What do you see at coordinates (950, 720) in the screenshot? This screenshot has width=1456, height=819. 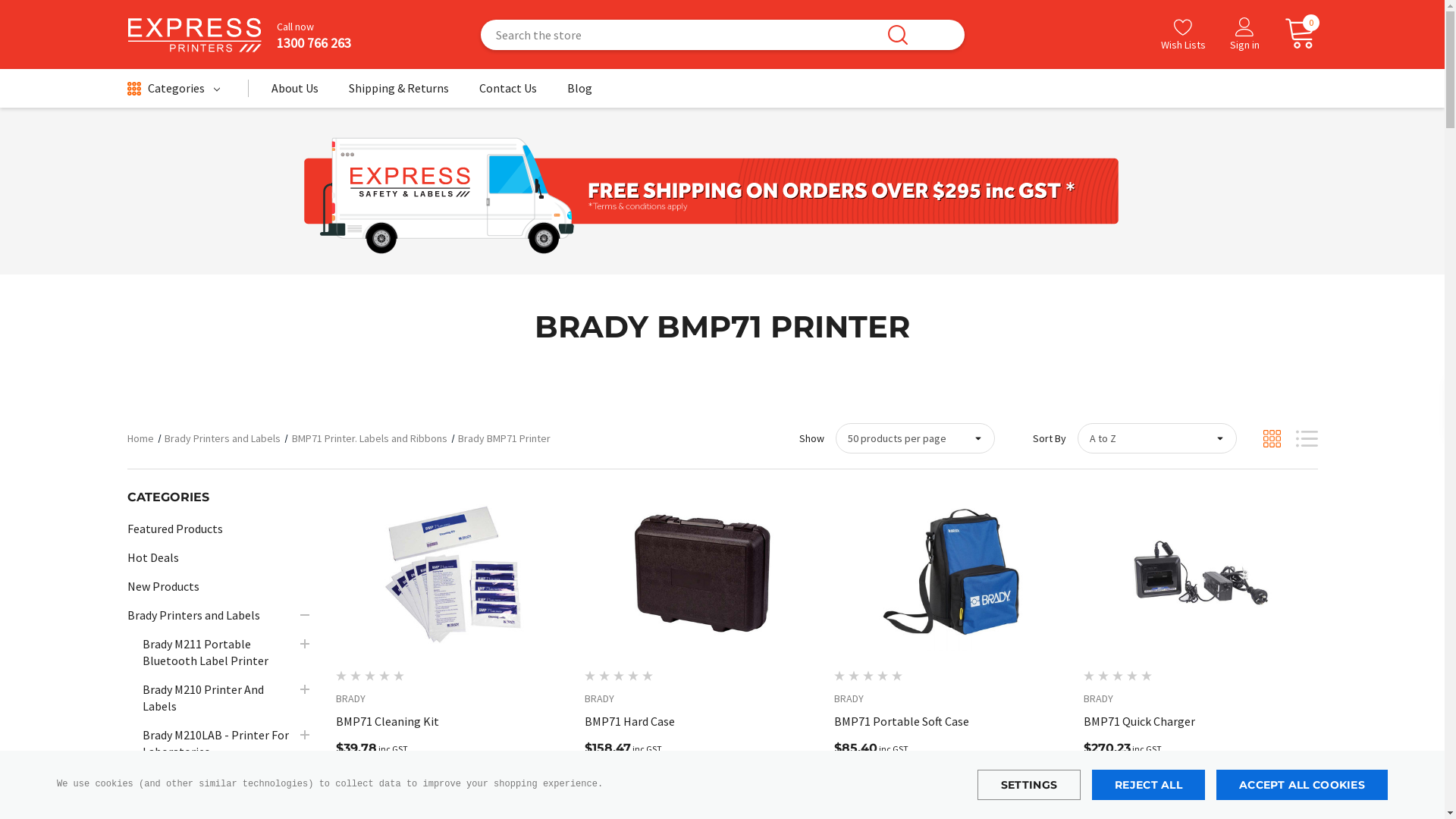 I see `'BMP71 Portable Soft Case'` at bounding box center [950, 720].